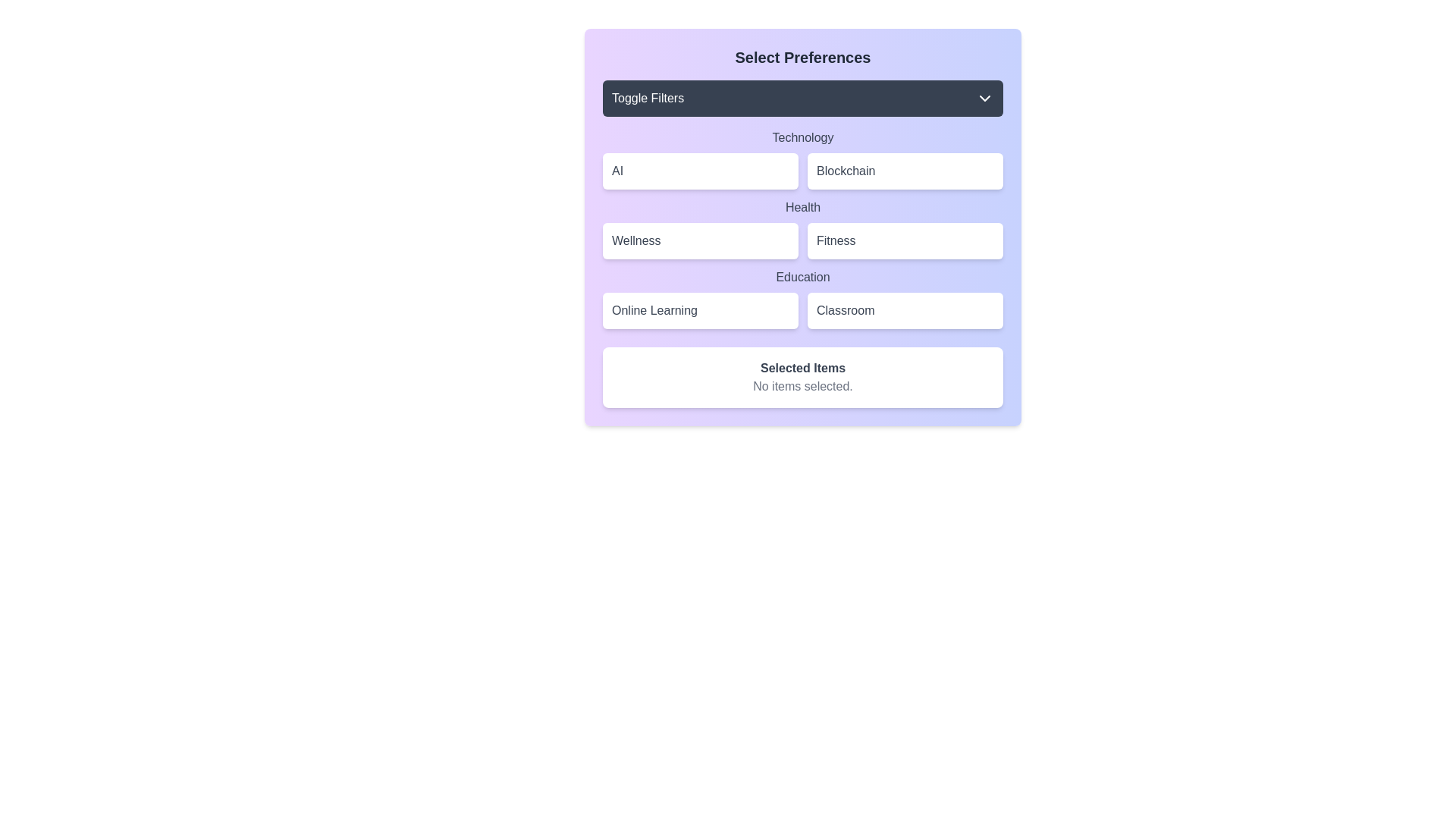  What do you see at coordinates (802, 99) in the screenshot?
I see `the 'Toggle Filters' button, which is a dark gray rectangular area with rounded corners, located below the 'Select Preferences' title` at bounding box center [802, 99].